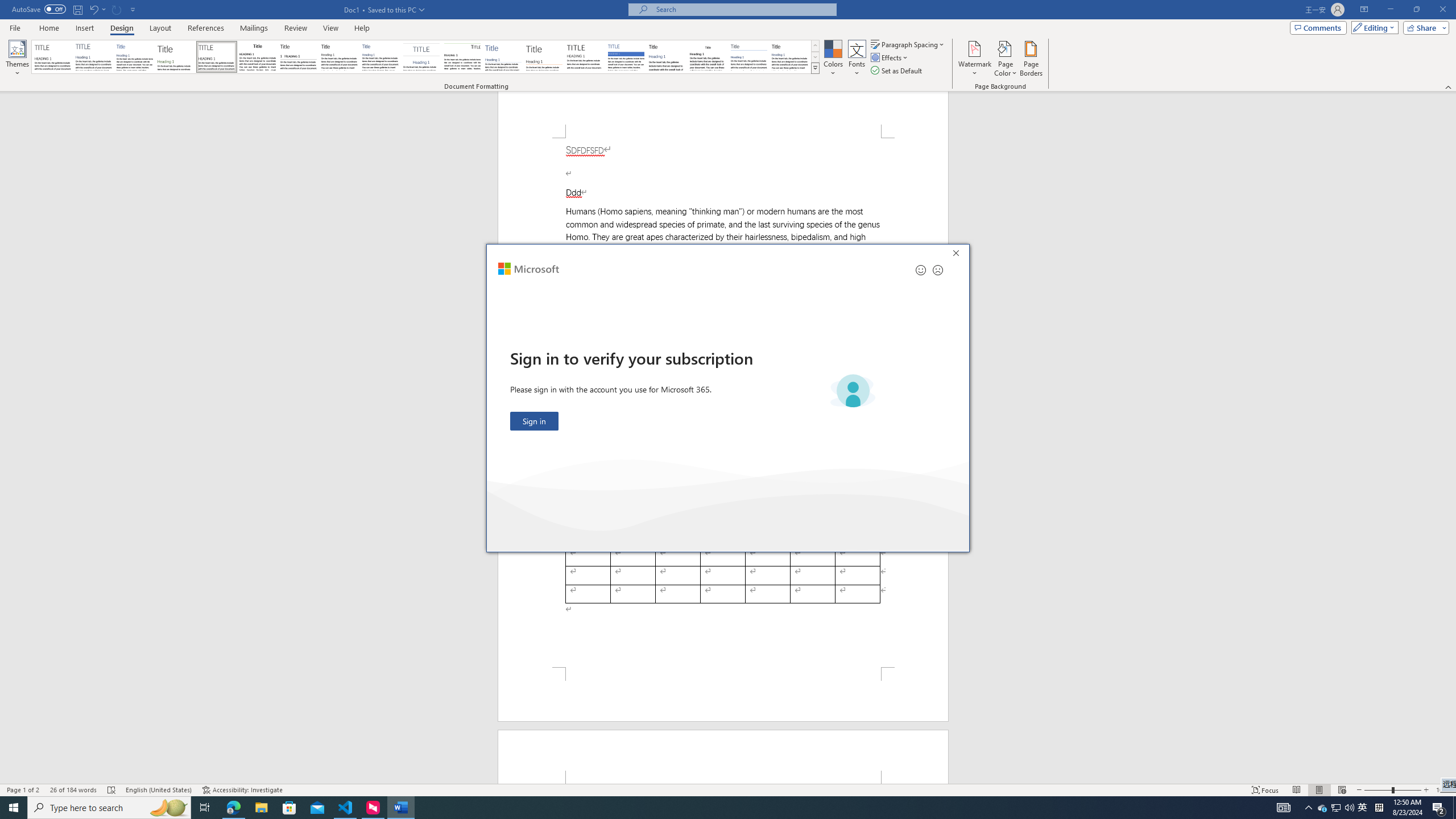  Describe the element at coordinates (297, 56) in the screenshot. I see `'Black & White (Numbered)'` at that location.